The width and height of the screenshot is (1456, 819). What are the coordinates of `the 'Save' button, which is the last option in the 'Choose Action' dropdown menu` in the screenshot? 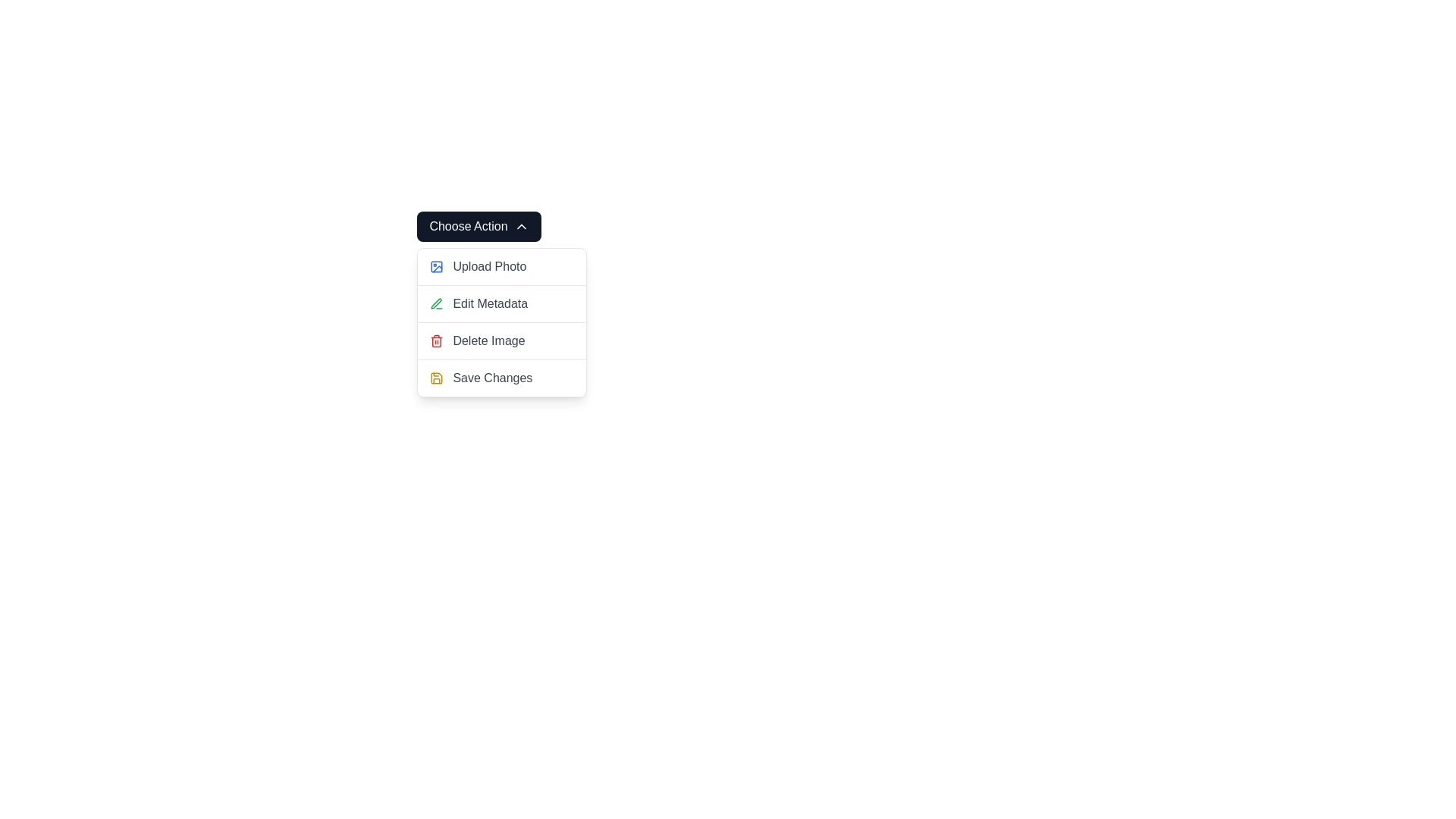 It's located at (502, 377).